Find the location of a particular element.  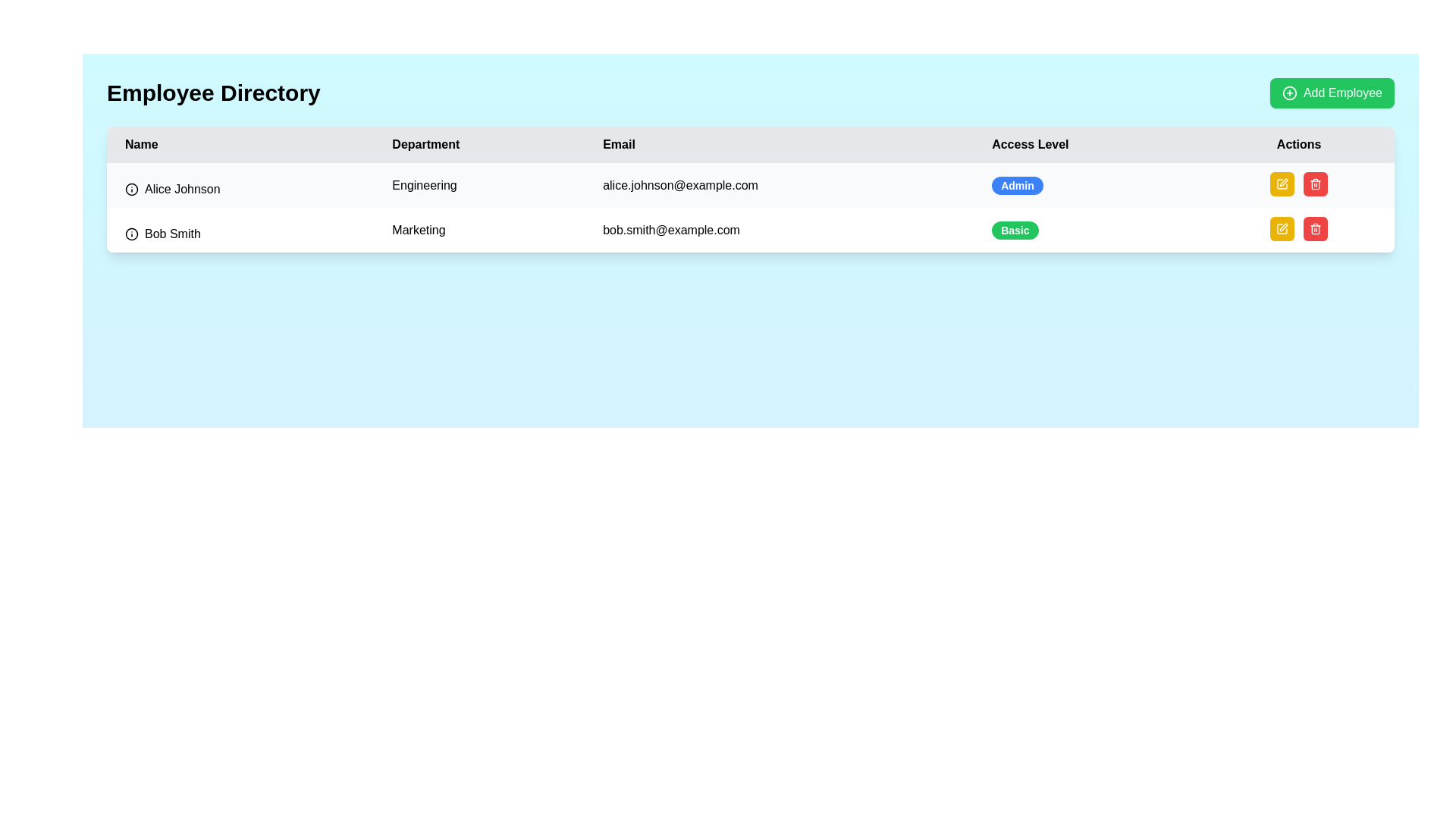

the edit icon for employee 'Bob Smith' in the Actions column of the employee management table is located at coordinates (1283, 227).